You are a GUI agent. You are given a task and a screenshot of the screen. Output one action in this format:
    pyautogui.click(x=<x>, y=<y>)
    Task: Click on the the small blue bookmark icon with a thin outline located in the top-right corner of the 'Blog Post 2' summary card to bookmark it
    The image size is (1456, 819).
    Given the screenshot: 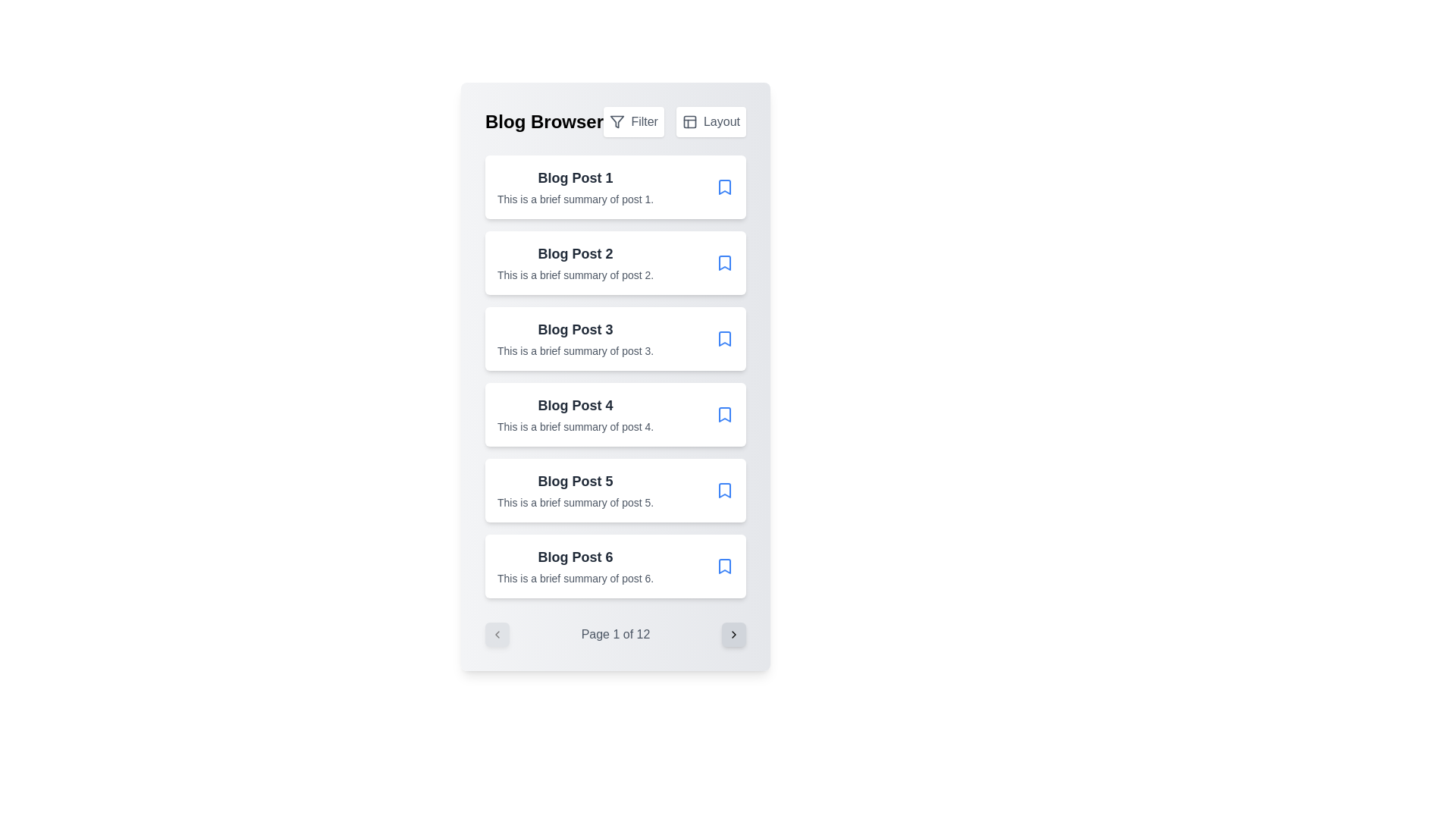 What is the action you would take?
    pyautogui.click(x=723, y=262)
    